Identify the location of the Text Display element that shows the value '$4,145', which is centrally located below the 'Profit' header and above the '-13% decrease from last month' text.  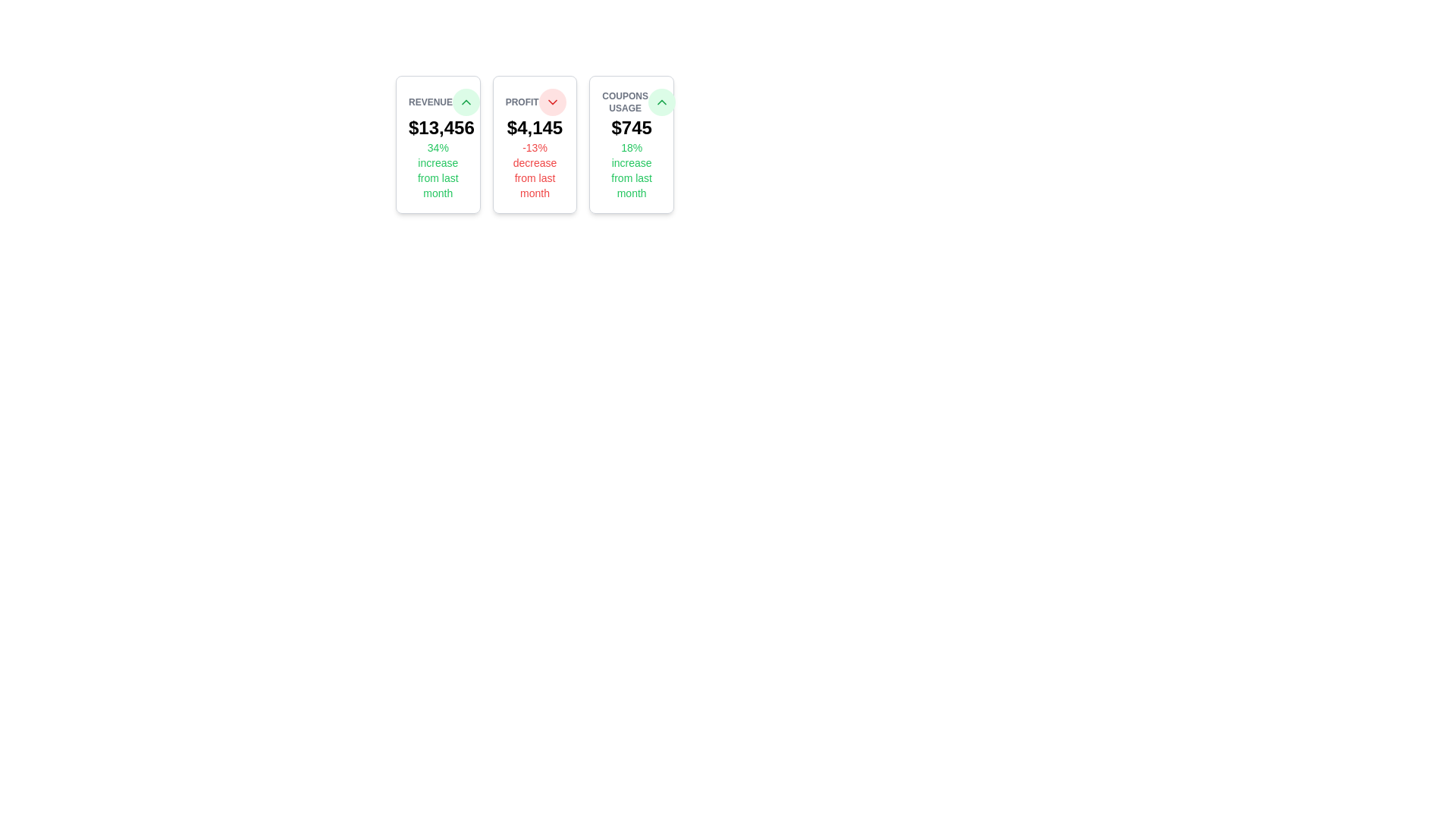
(535, 127).